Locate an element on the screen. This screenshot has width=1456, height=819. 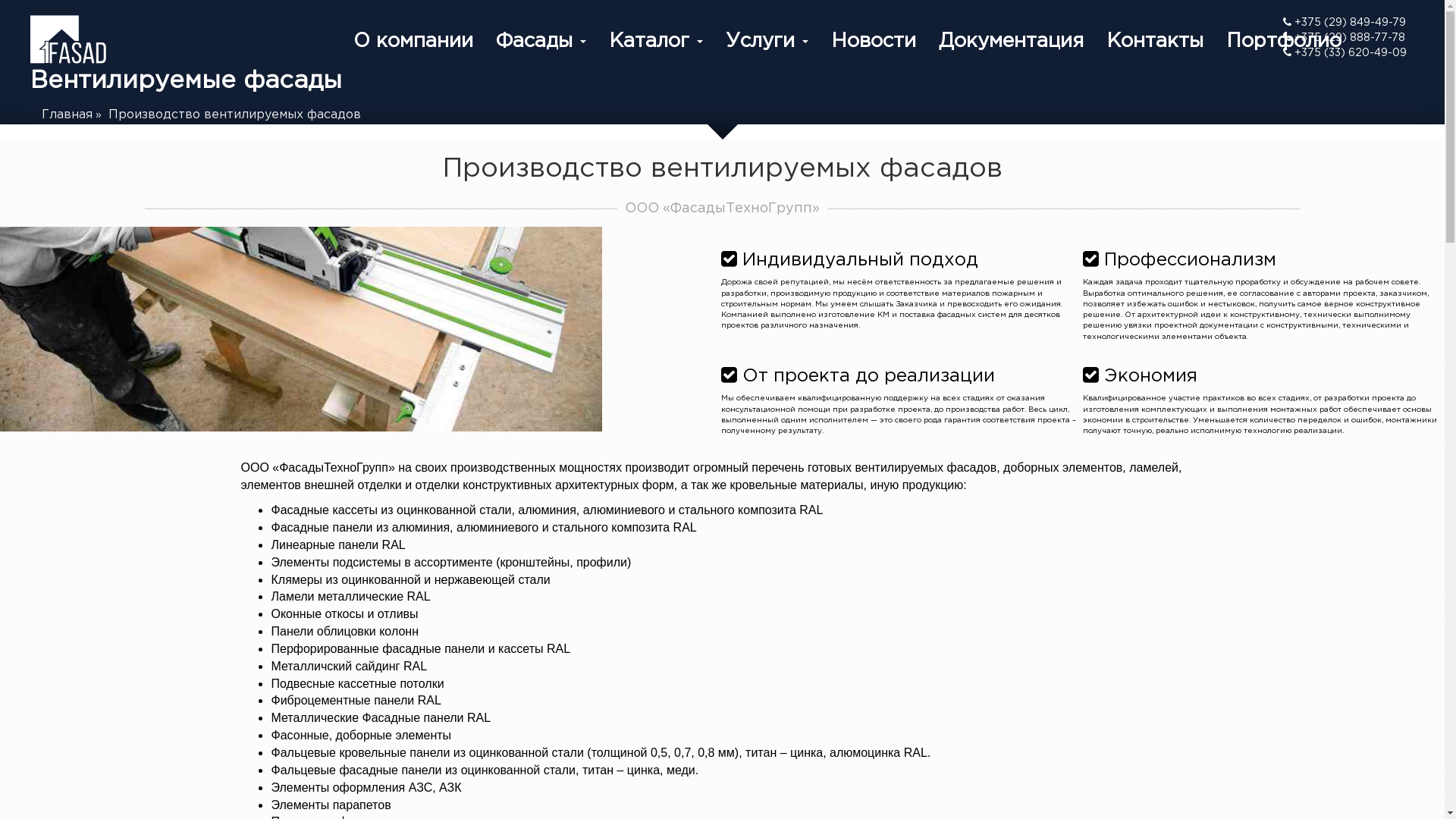
'+375 (29) 888-77-78' is located at coordinates (1345, 37).